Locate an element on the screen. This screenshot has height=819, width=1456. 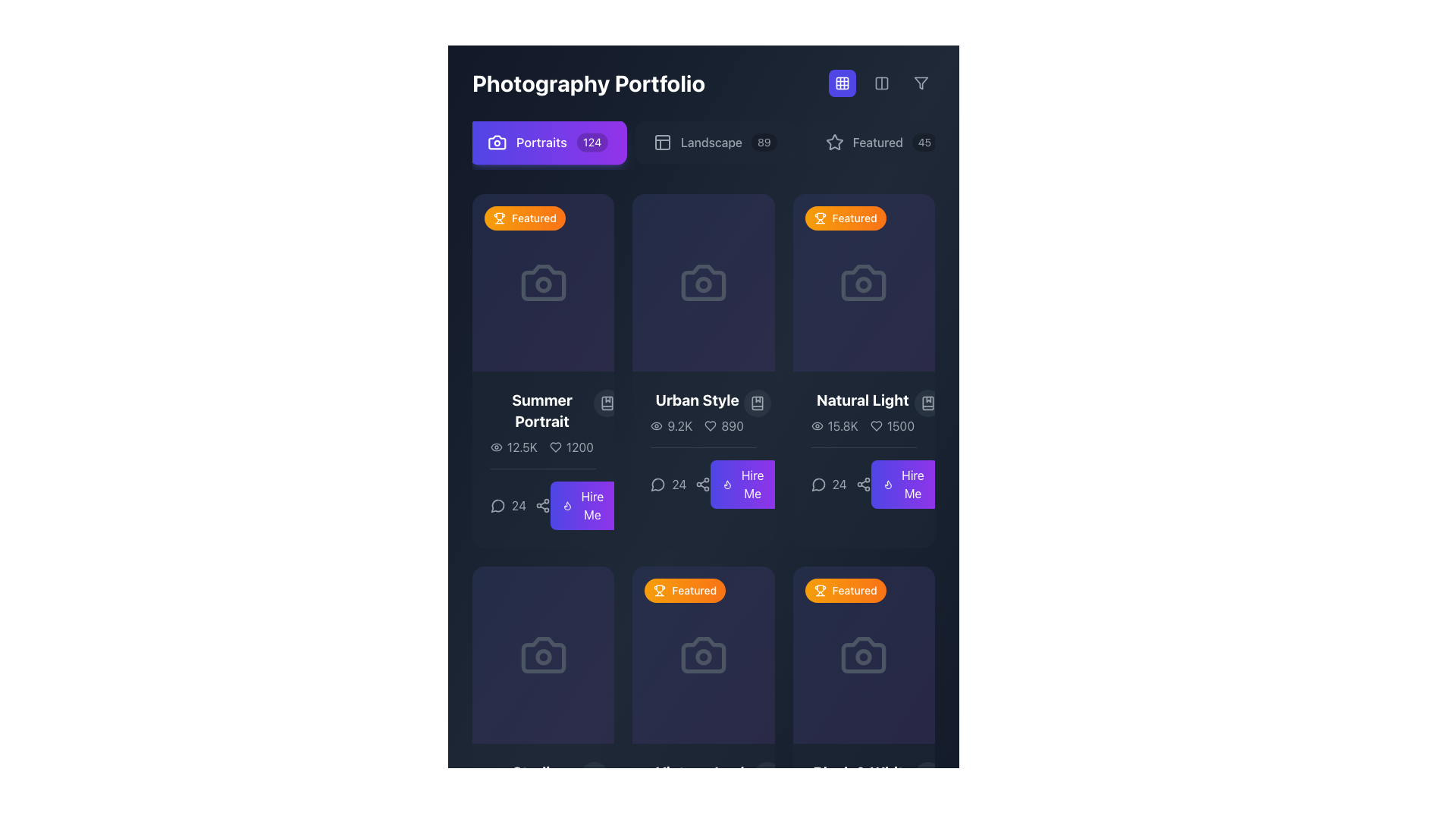
the decorative Vector graphic icon that indicates the 'Featured' status of the card, located in the top-left corner of the card is located at coordinates (819, 590).